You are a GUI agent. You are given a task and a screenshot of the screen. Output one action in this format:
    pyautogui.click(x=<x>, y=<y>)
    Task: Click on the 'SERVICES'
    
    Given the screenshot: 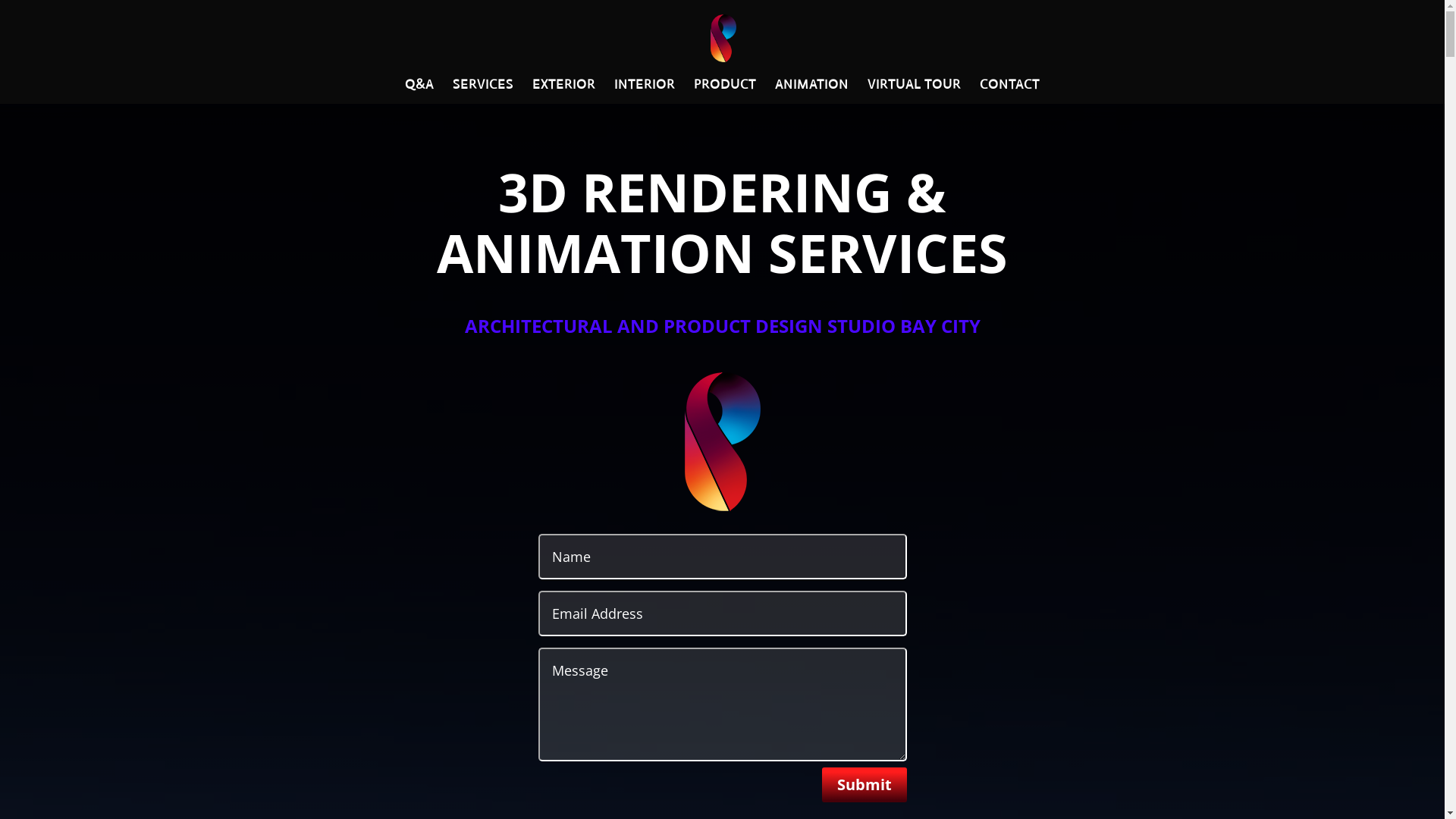 What is the action you would take?
    pyautogui.click(x=482, y=91)
    